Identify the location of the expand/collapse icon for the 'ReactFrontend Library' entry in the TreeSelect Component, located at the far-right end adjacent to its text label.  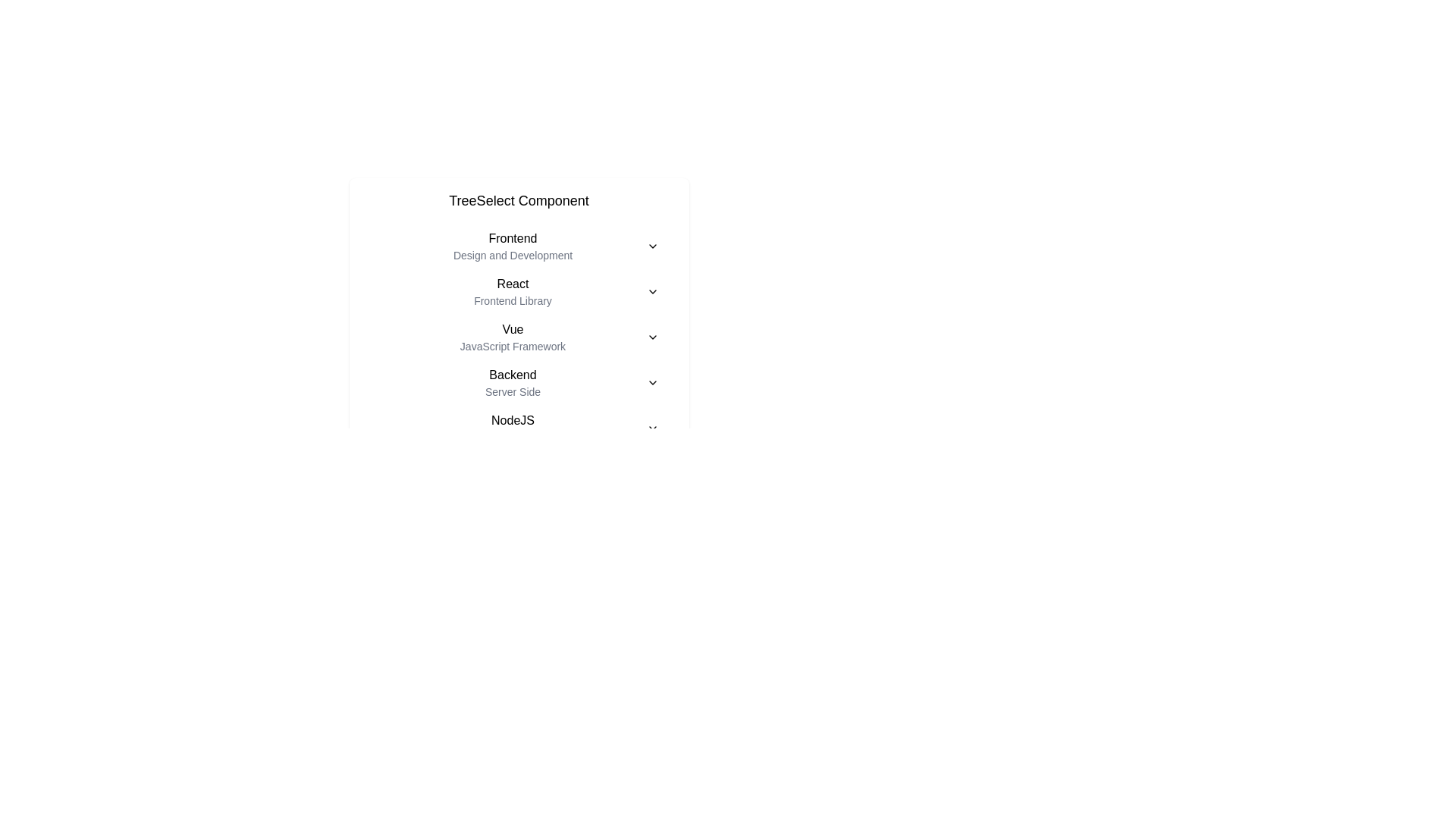
(652, 292).